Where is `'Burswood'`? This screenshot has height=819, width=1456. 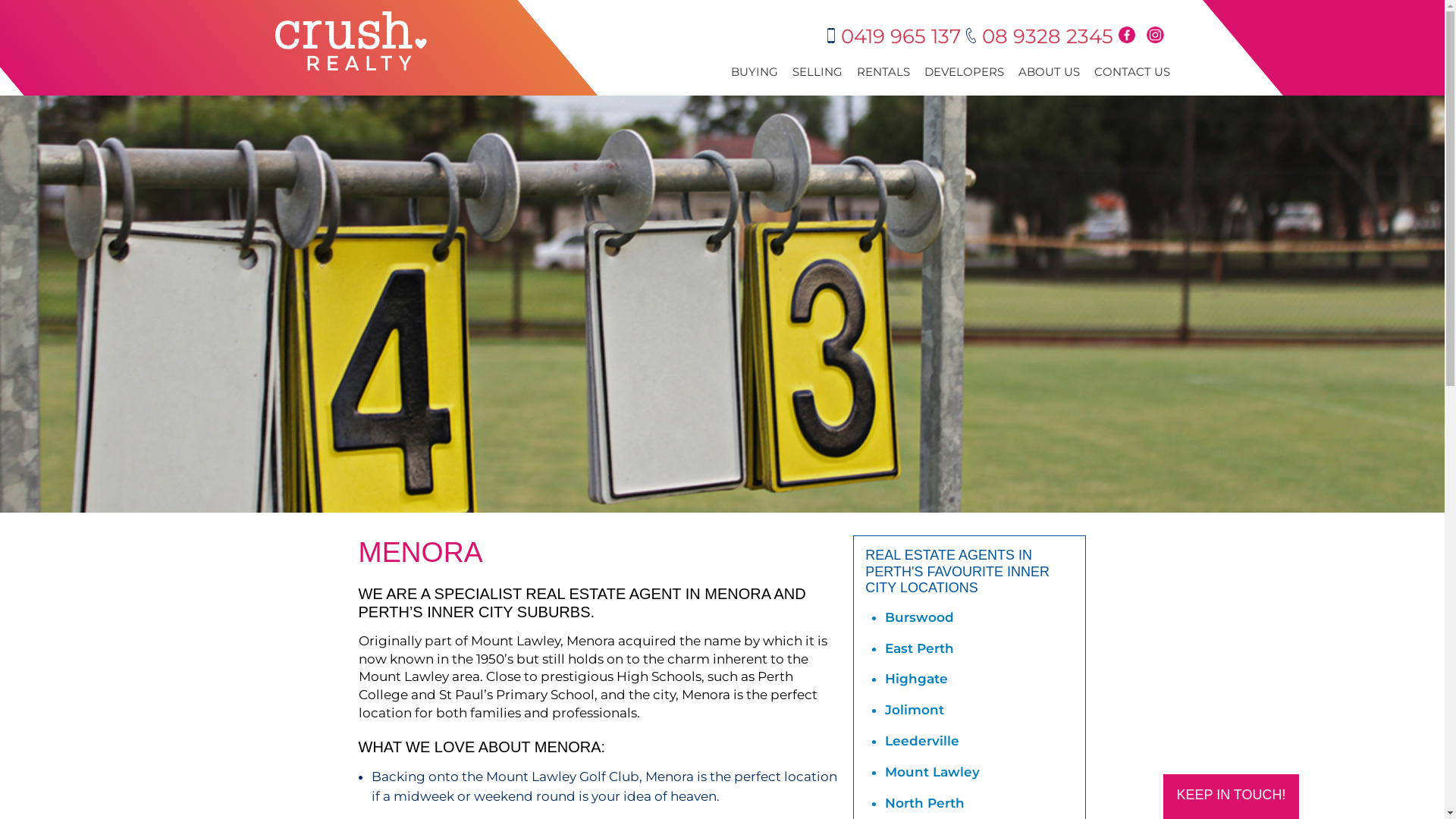 'Burswood' is located at coordinates (918, 617).